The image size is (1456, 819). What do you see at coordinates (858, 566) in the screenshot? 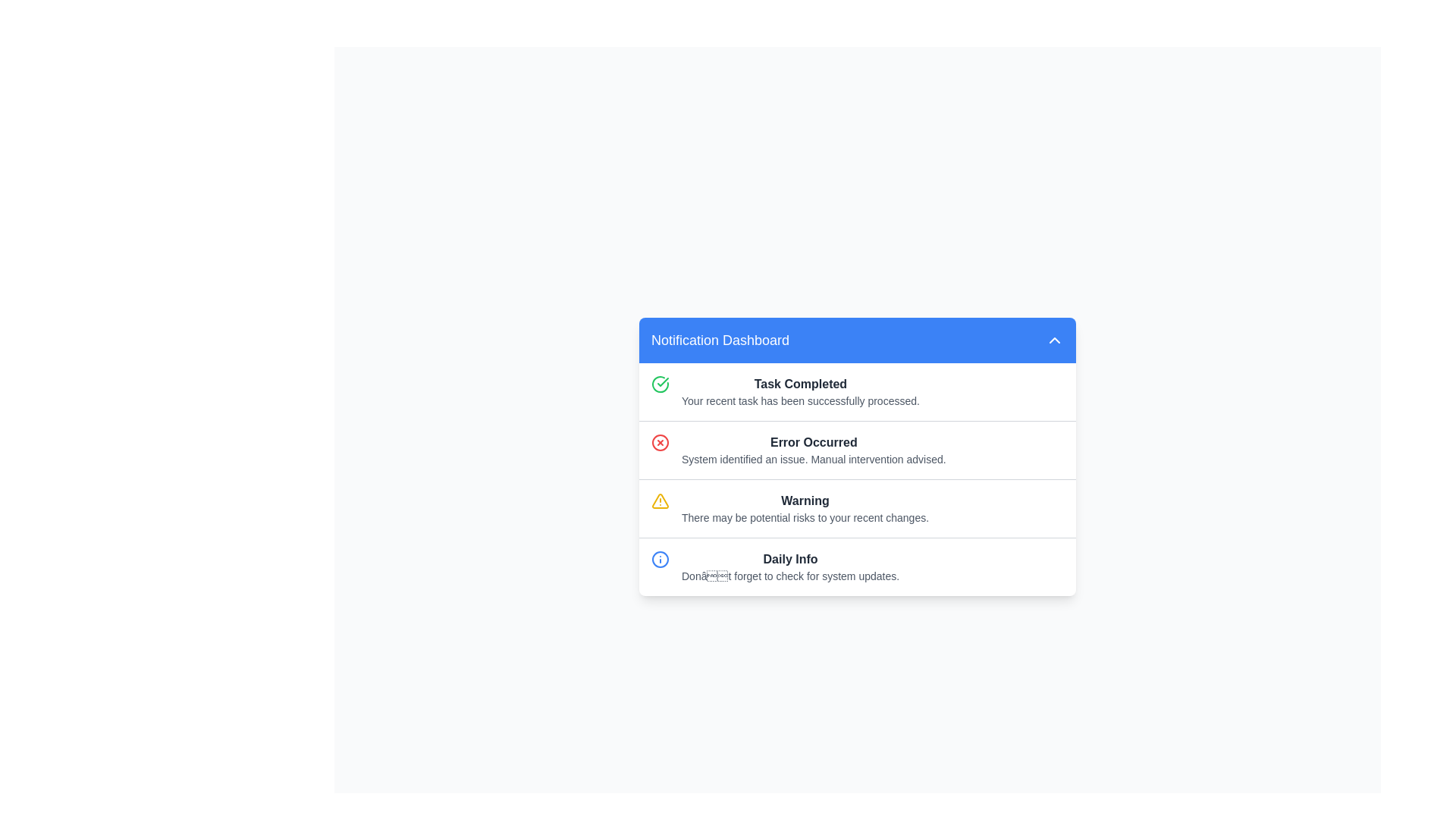
I see `information from the Notification Item that contains a blue circular icon with an information symbol, bold text 'Daily Info', and smaller text 'Don’t forget to check for system updates.' located at the bottom of the notification group` at bounding box center [858, 566].